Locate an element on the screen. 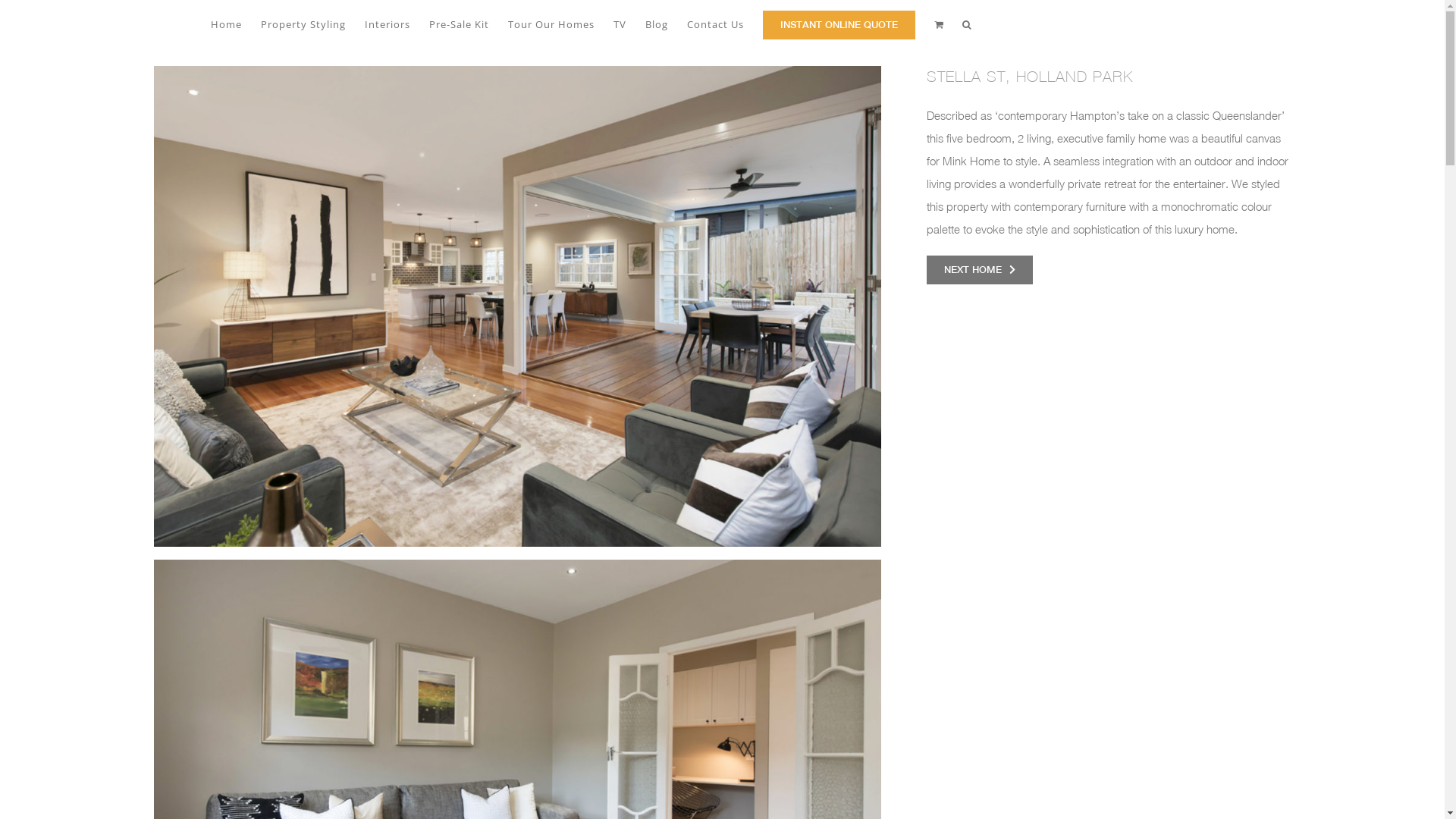  'NEXT HOME' is located at coordinates (979, 268).